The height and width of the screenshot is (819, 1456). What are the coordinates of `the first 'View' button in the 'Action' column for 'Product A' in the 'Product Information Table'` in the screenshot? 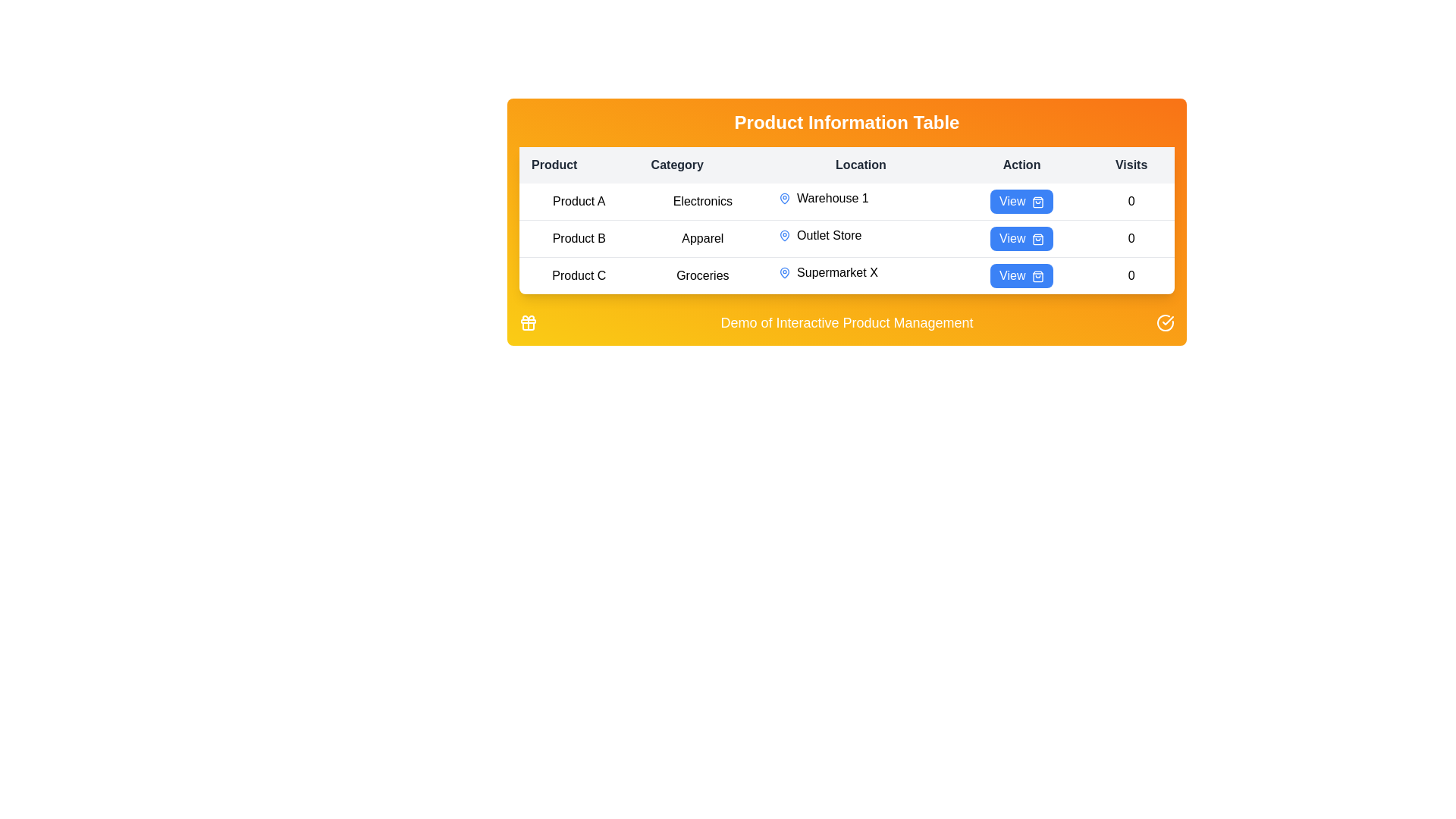 It's located at (1021, 201).